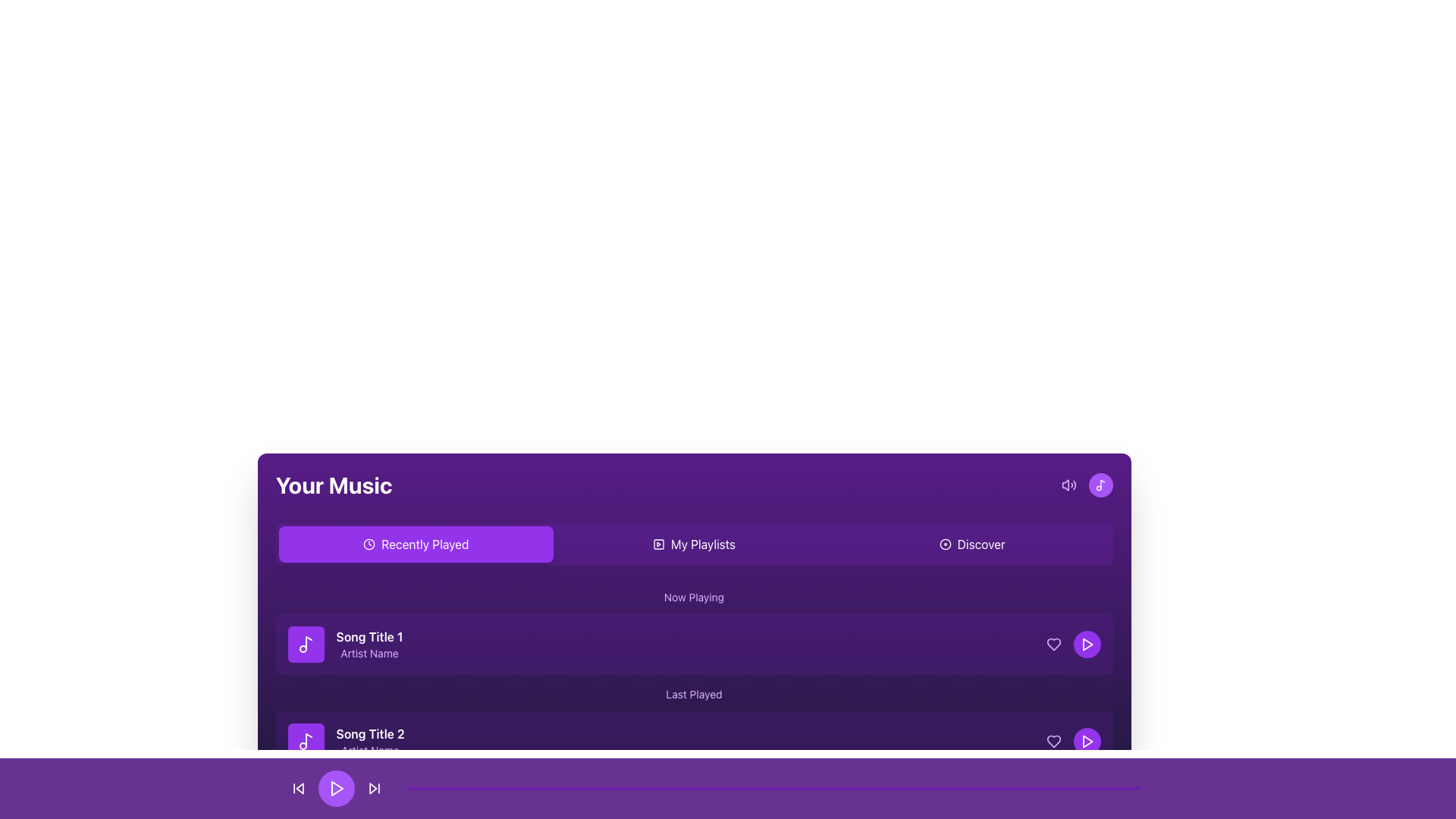  I want to click on the icon representing the song item in the 'Your Music' section, specifically the second item in the list, which has a square purple background, so click(305, 741).